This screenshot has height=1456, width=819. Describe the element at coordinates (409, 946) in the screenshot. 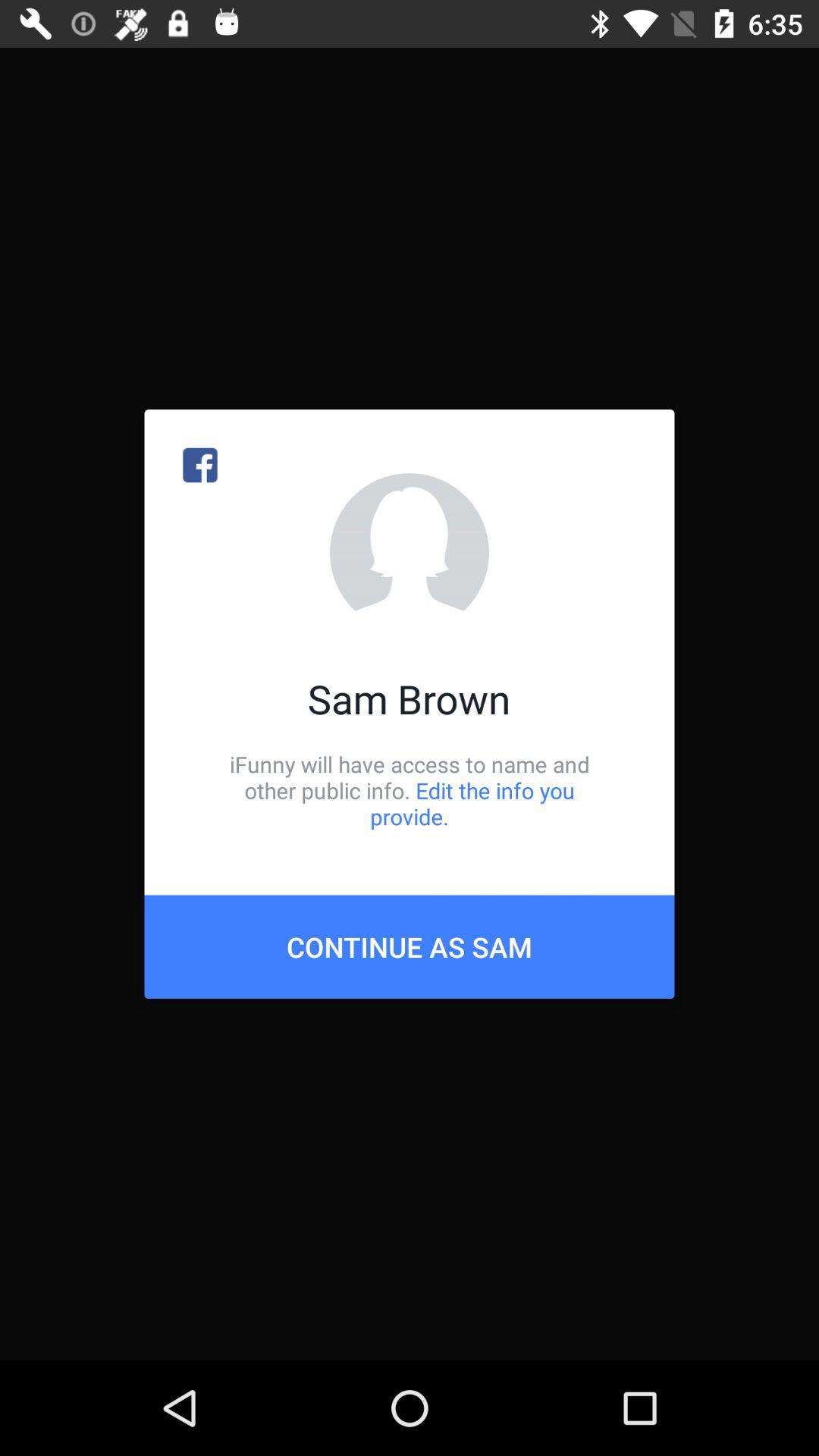

I see `the continue as sam item` at that location.